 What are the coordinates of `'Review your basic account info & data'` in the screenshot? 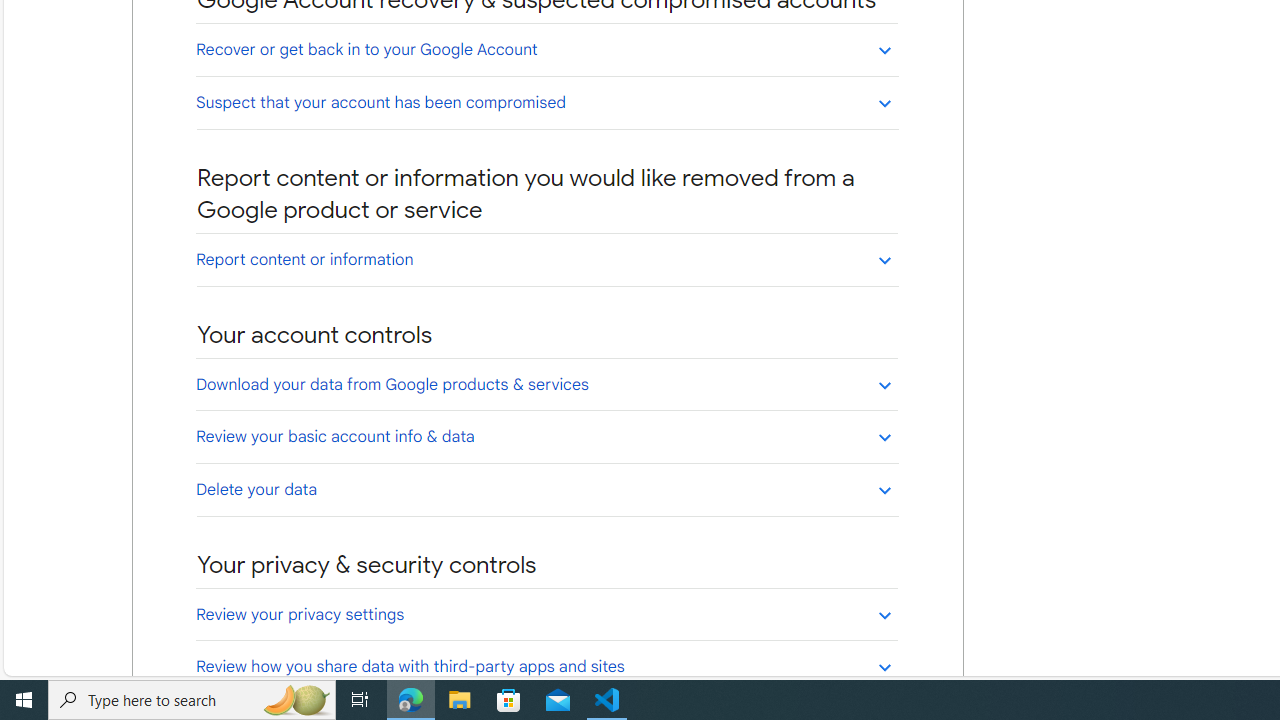 It's located at (547, 435).